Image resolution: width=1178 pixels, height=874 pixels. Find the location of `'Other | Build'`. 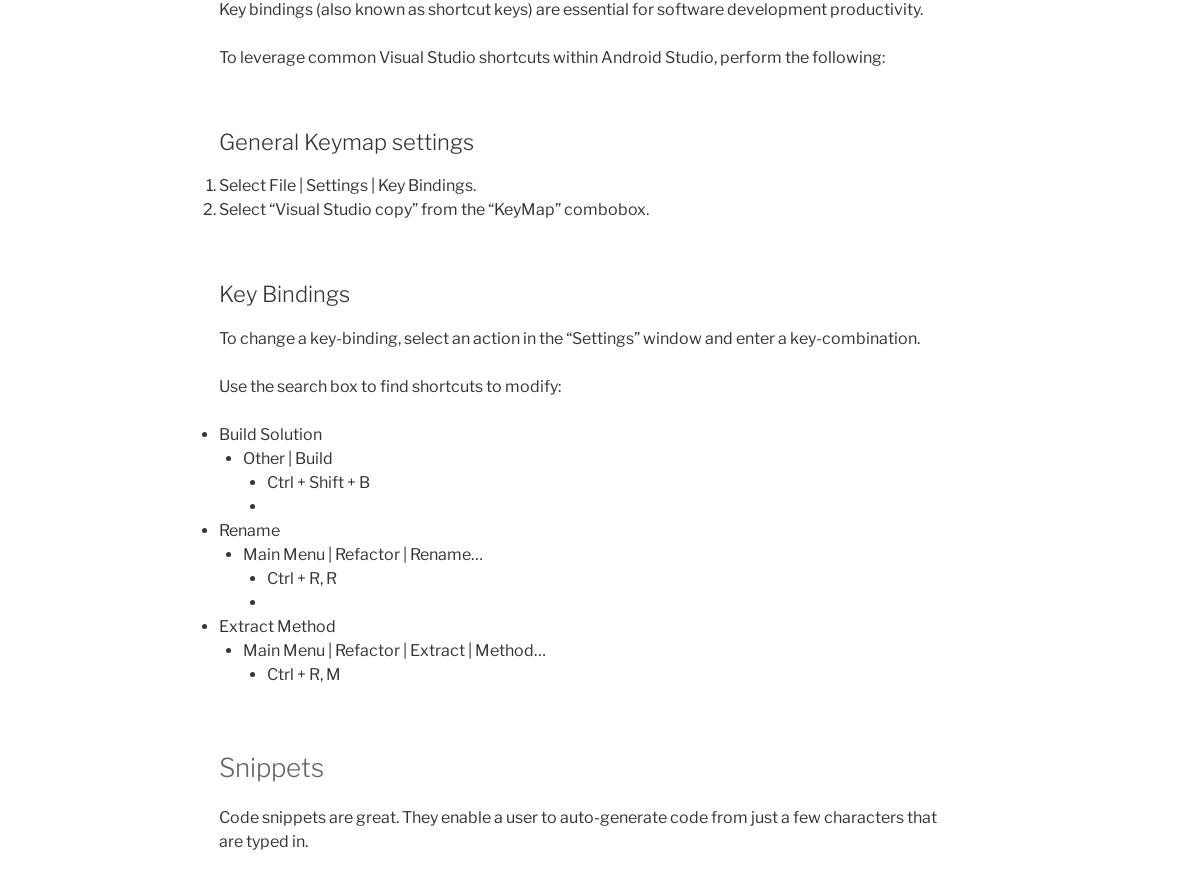

'Other | Build' is located at coordinates (287, 456).